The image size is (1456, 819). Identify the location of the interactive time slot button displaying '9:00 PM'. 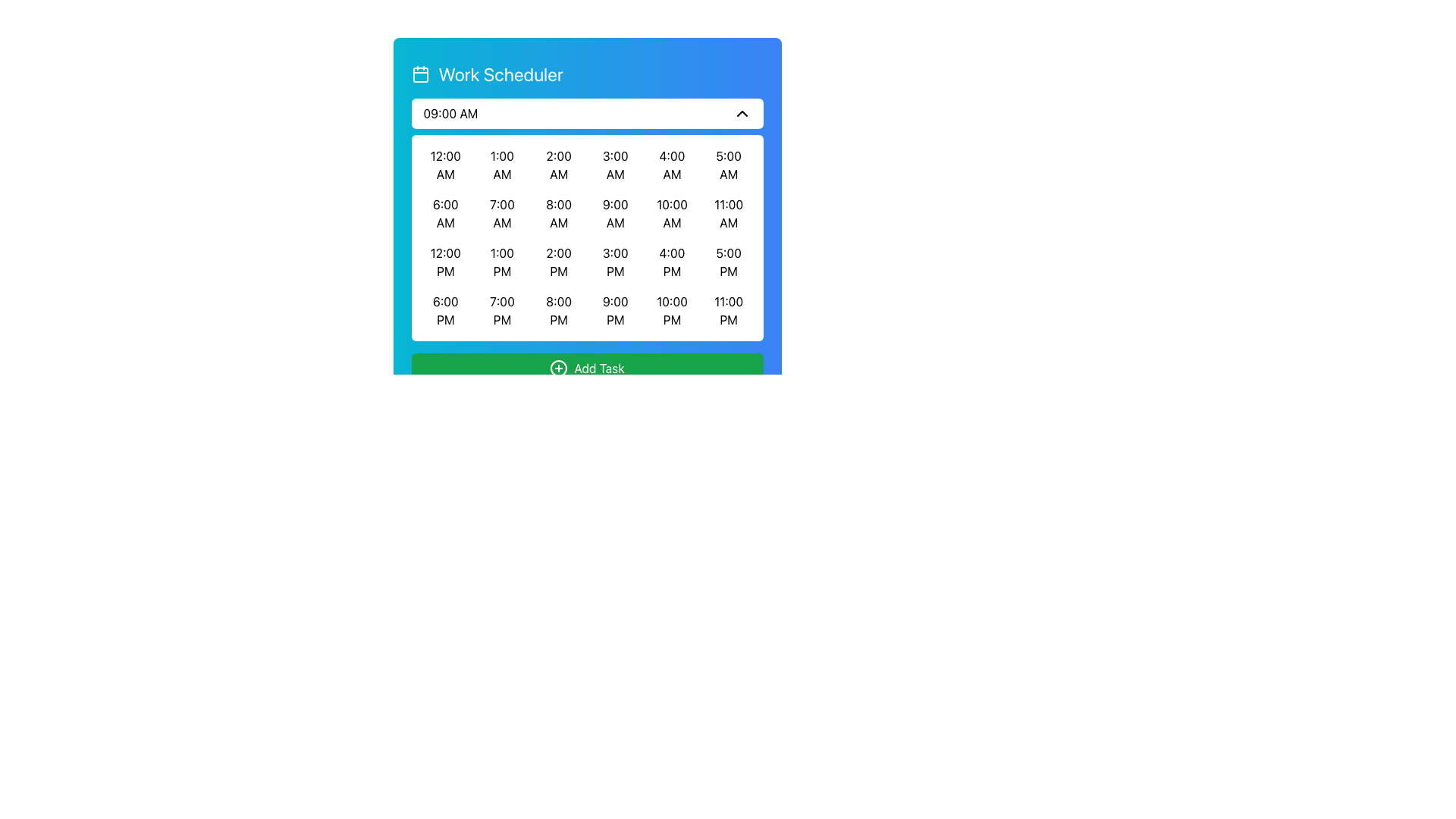
(615, 309).